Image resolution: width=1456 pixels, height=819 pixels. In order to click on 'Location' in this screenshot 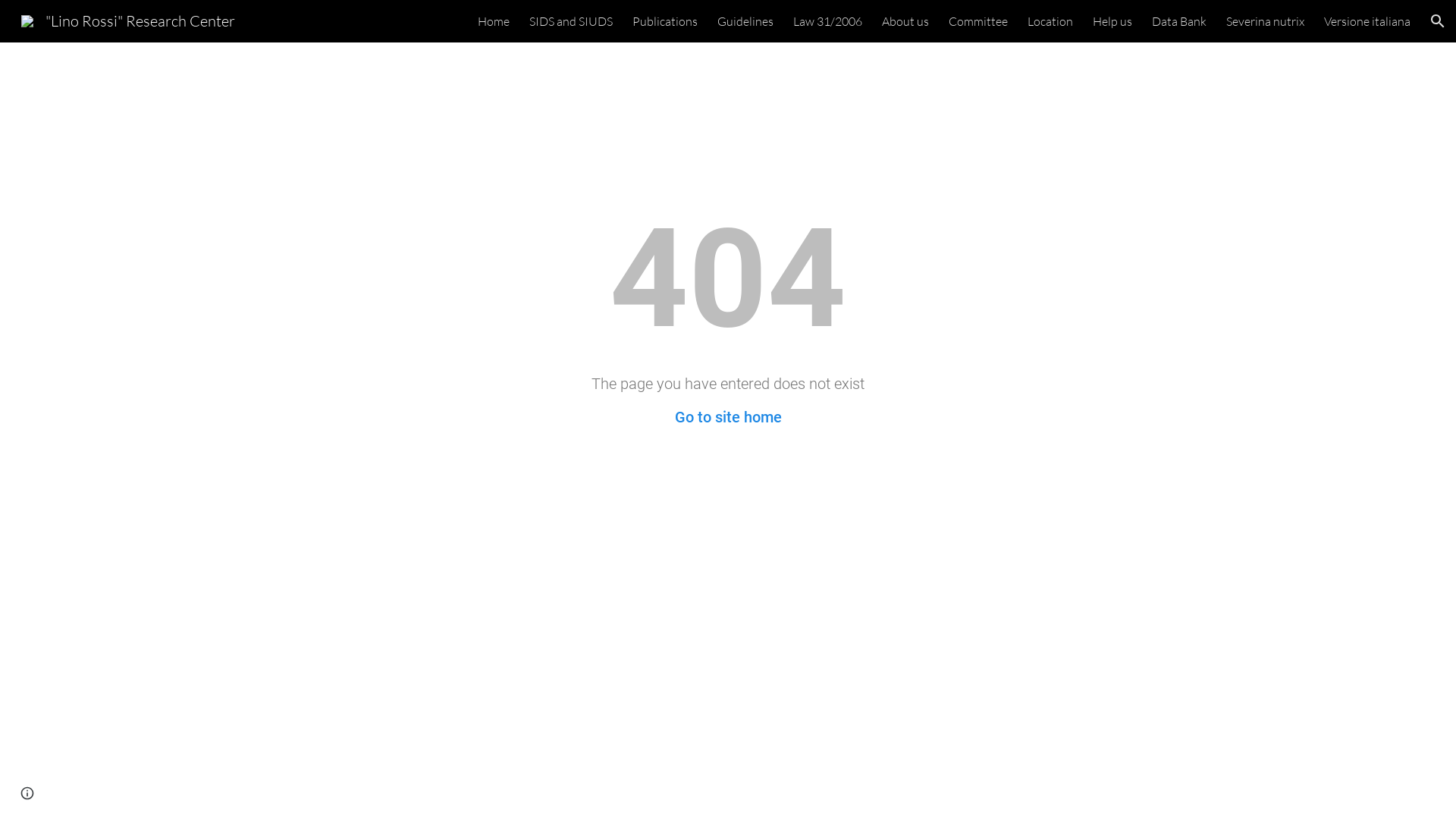, I will do `click(1050, 20)`.